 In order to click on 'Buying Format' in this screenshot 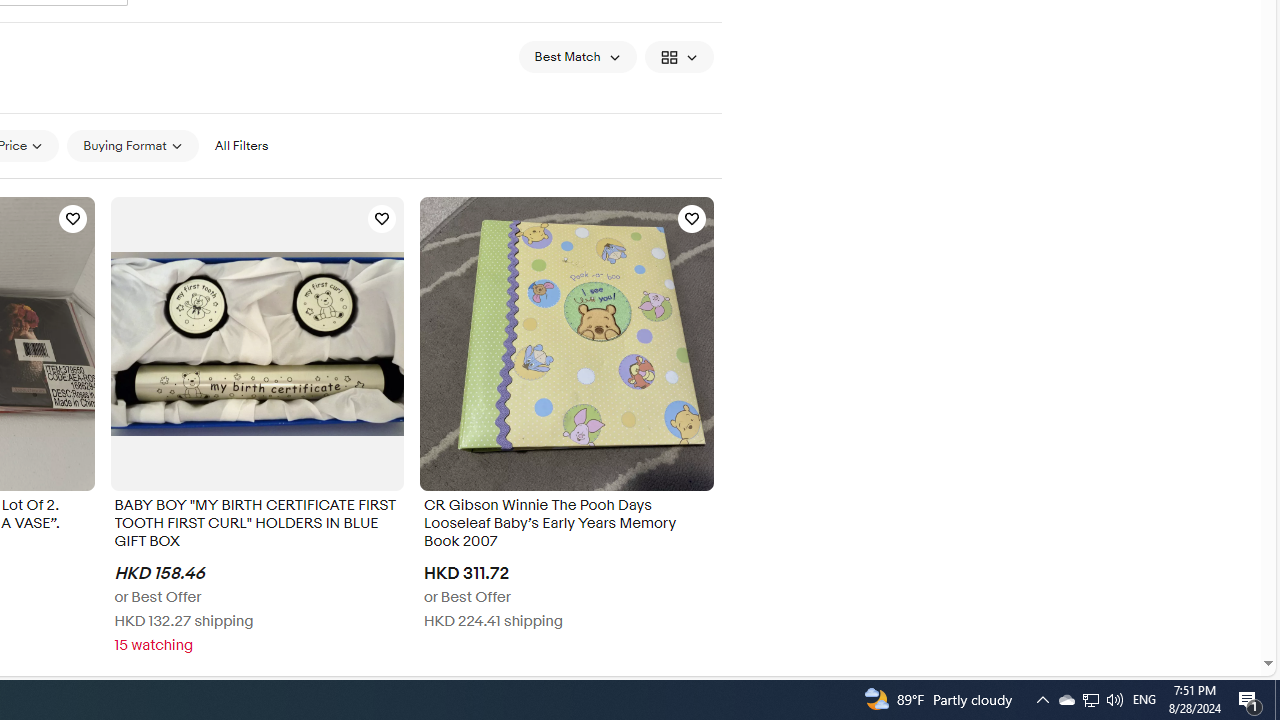, I will do `click(131, 144)`.